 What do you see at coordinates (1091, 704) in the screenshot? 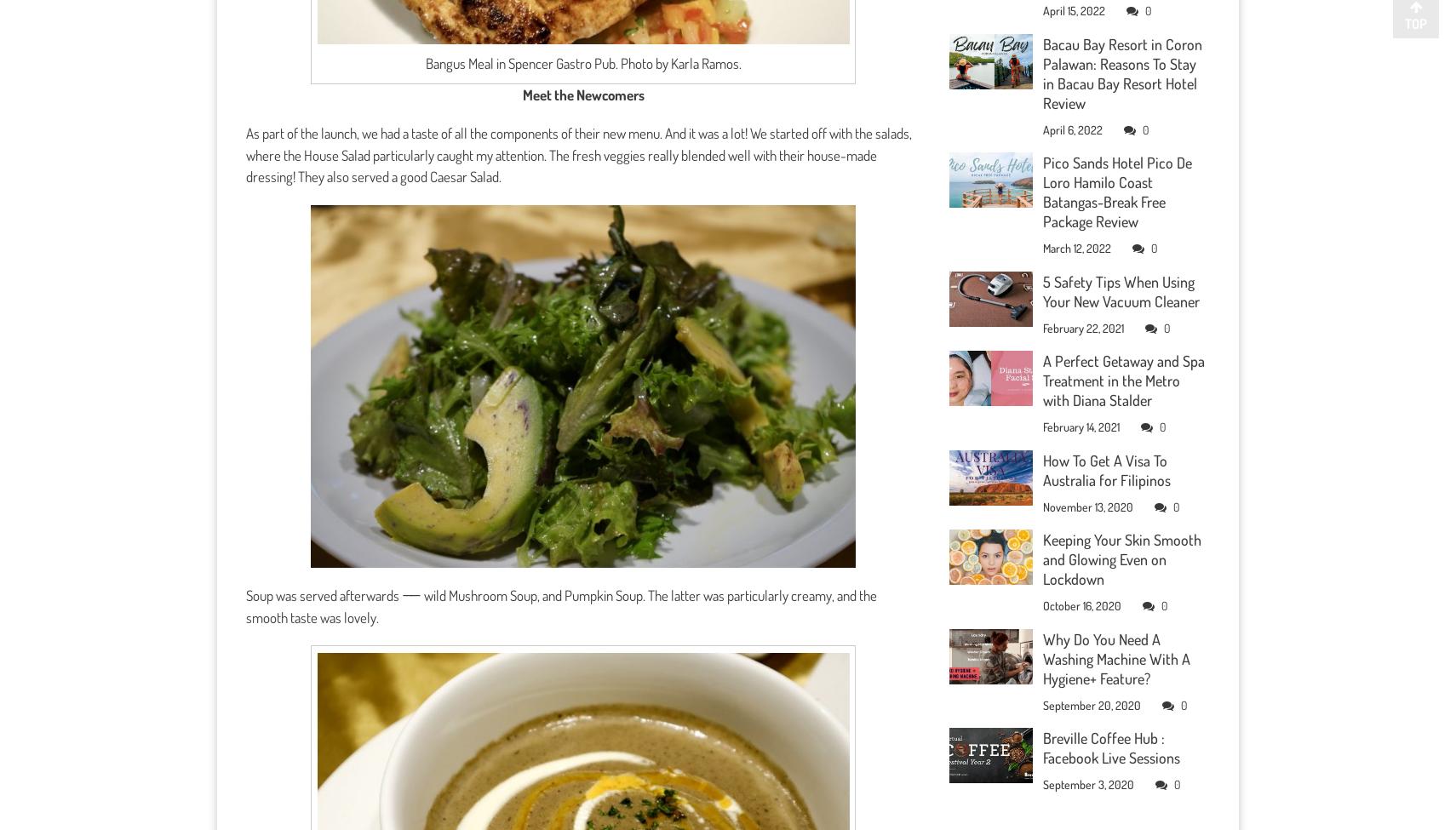
I see `'September 20, 2020'` at bounding box center [1091, 704].